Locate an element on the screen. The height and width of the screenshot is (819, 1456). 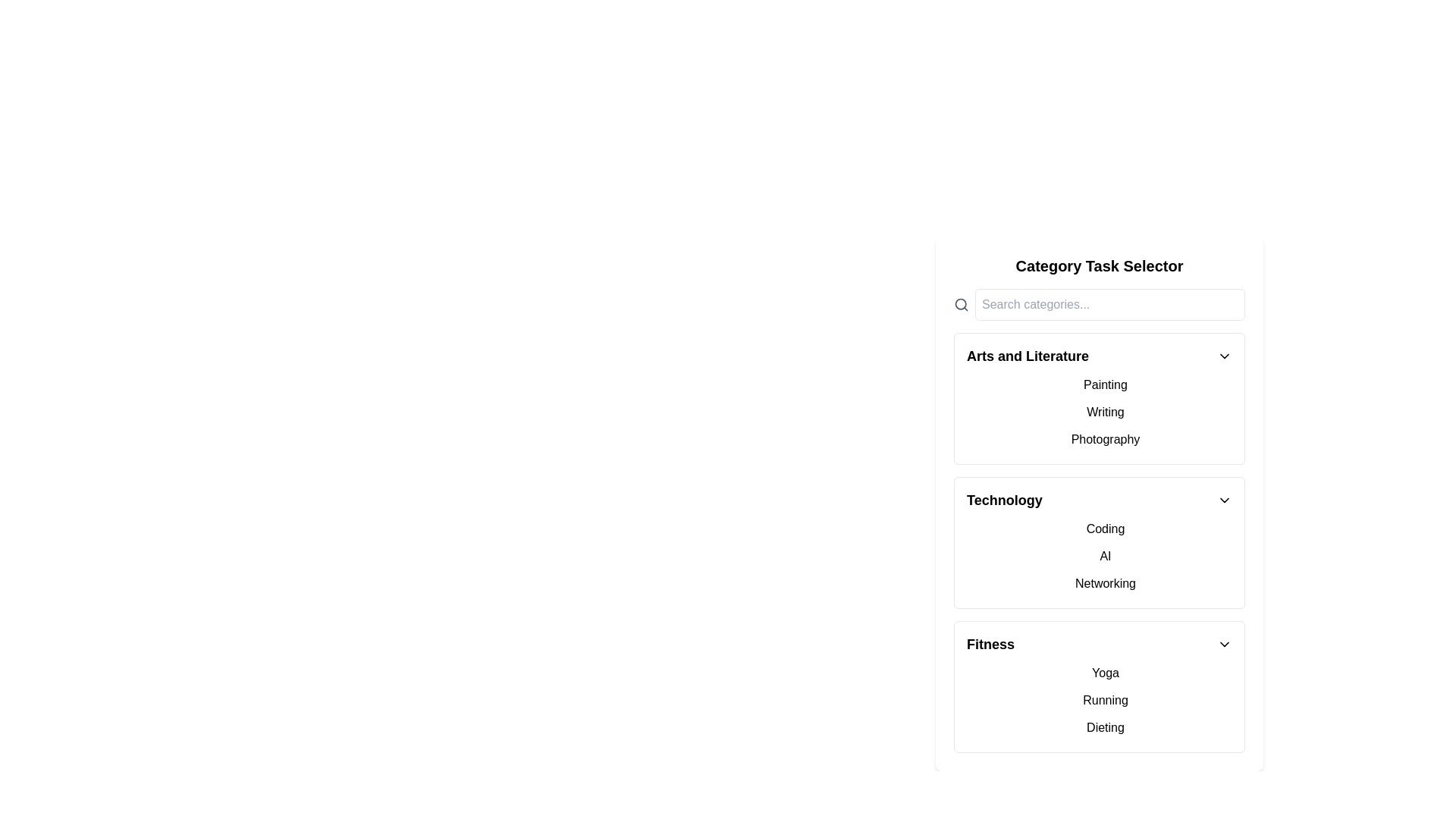
the list item labeled 'Running' which is the second item under the 'Fitness' dropdown section is located at coordinates (1106, 701).